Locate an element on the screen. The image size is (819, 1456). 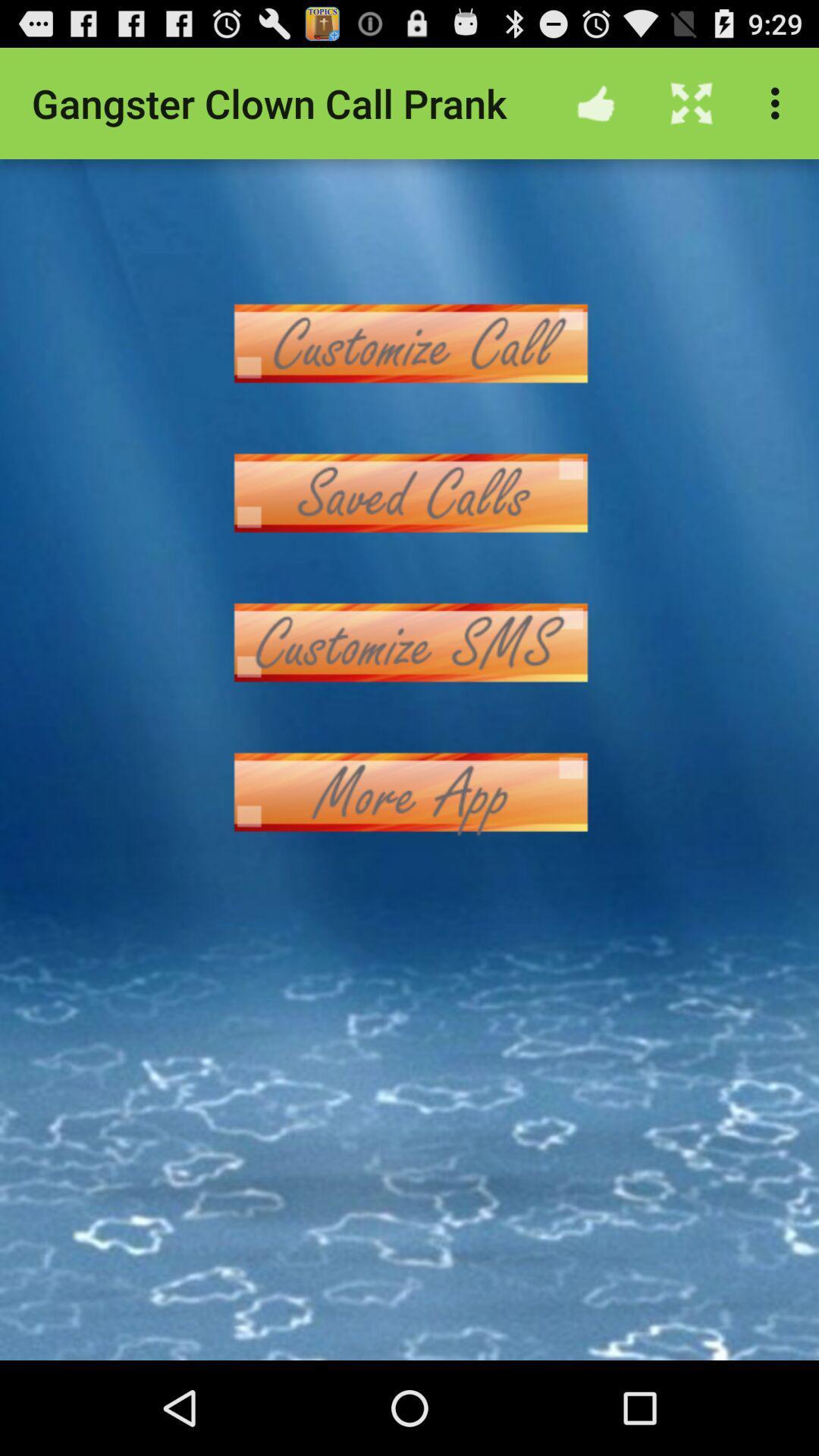
customize sms is located at coordinates (409, 642).